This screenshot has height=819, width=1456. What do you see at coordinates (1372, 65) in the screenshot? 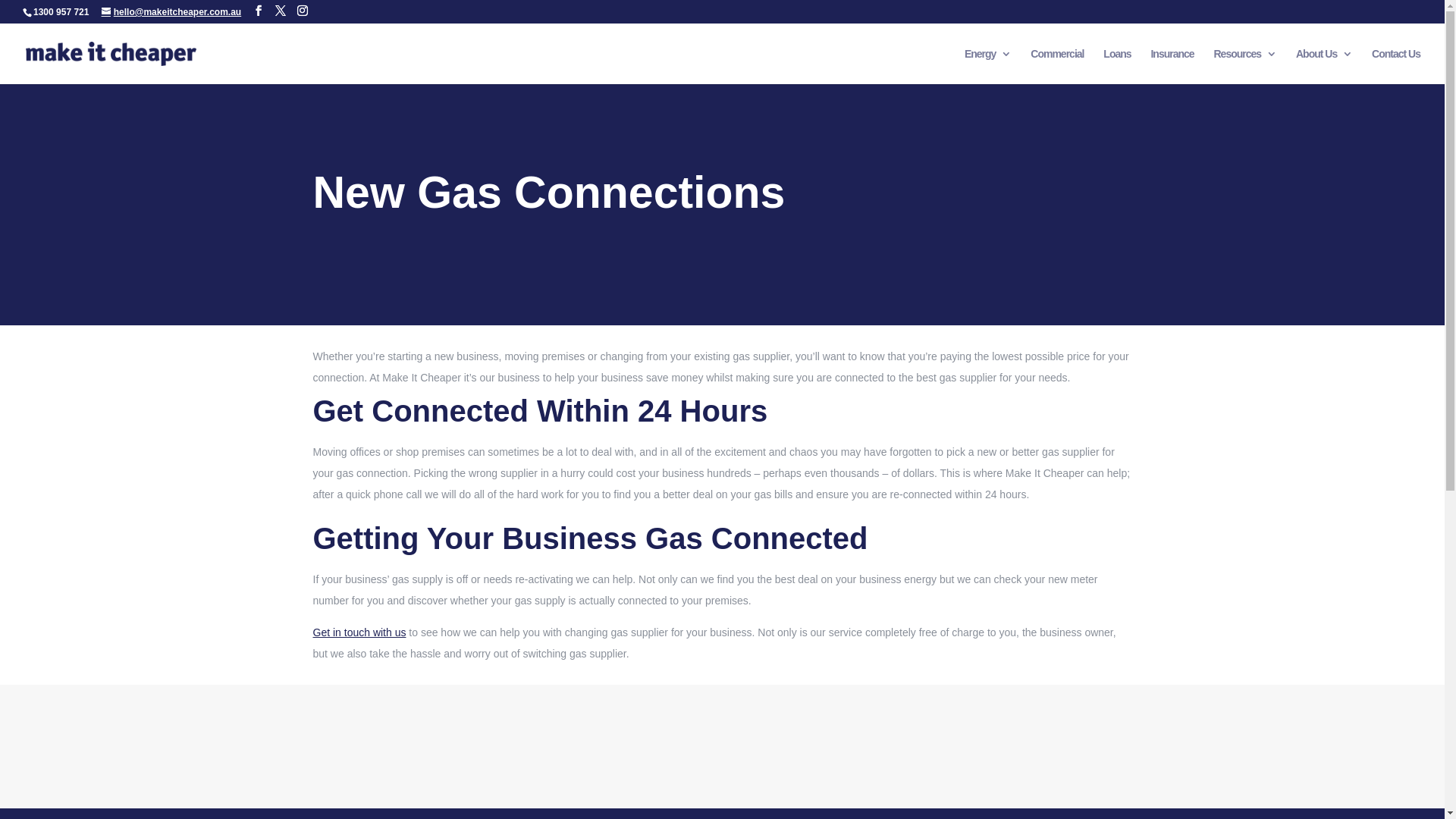
I see `'Contact Us'` at bounding box center [1372, 65].